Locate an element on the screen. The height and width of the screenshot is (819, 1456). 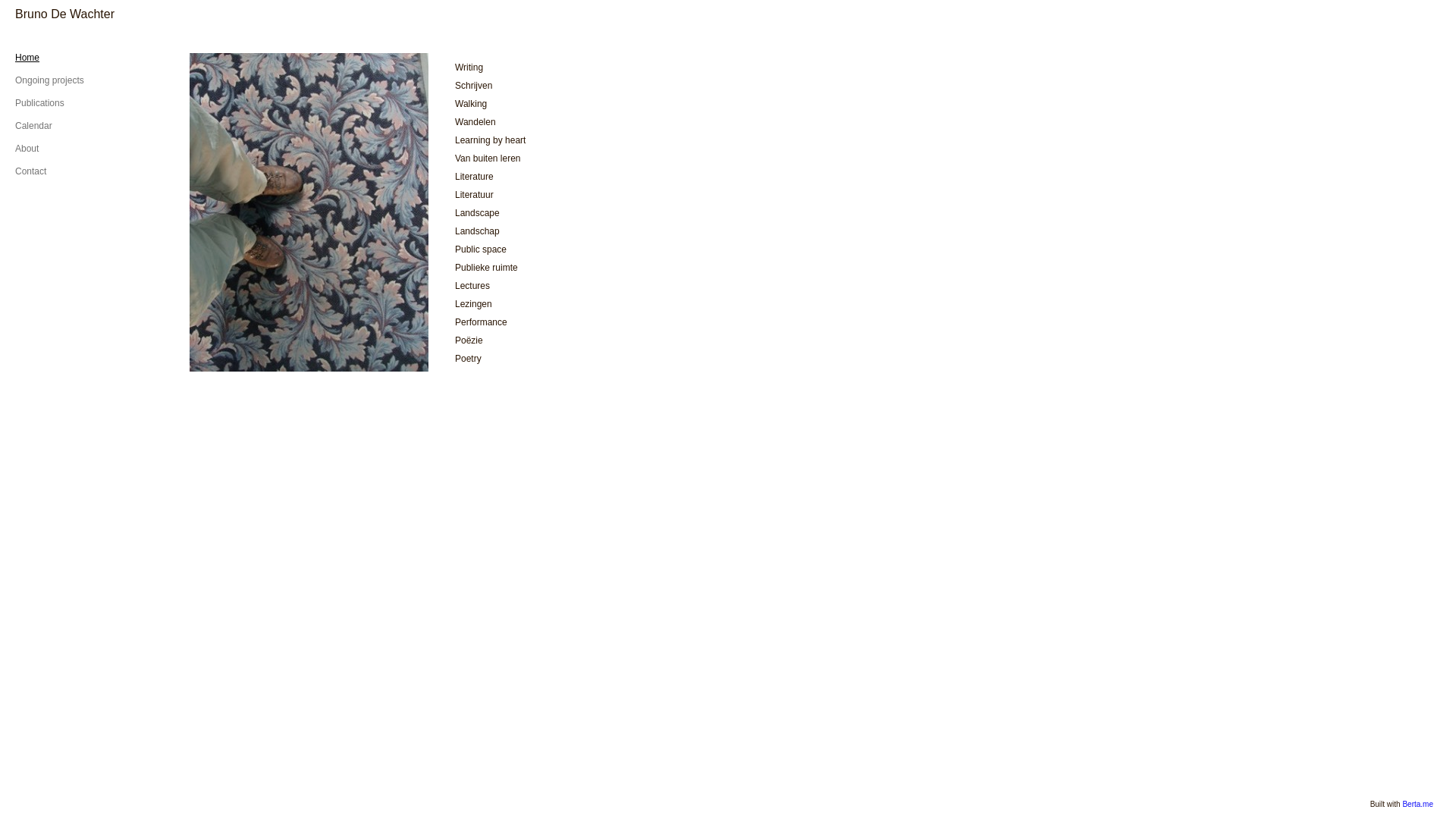
'Home' is located at coordinates (27, 57).